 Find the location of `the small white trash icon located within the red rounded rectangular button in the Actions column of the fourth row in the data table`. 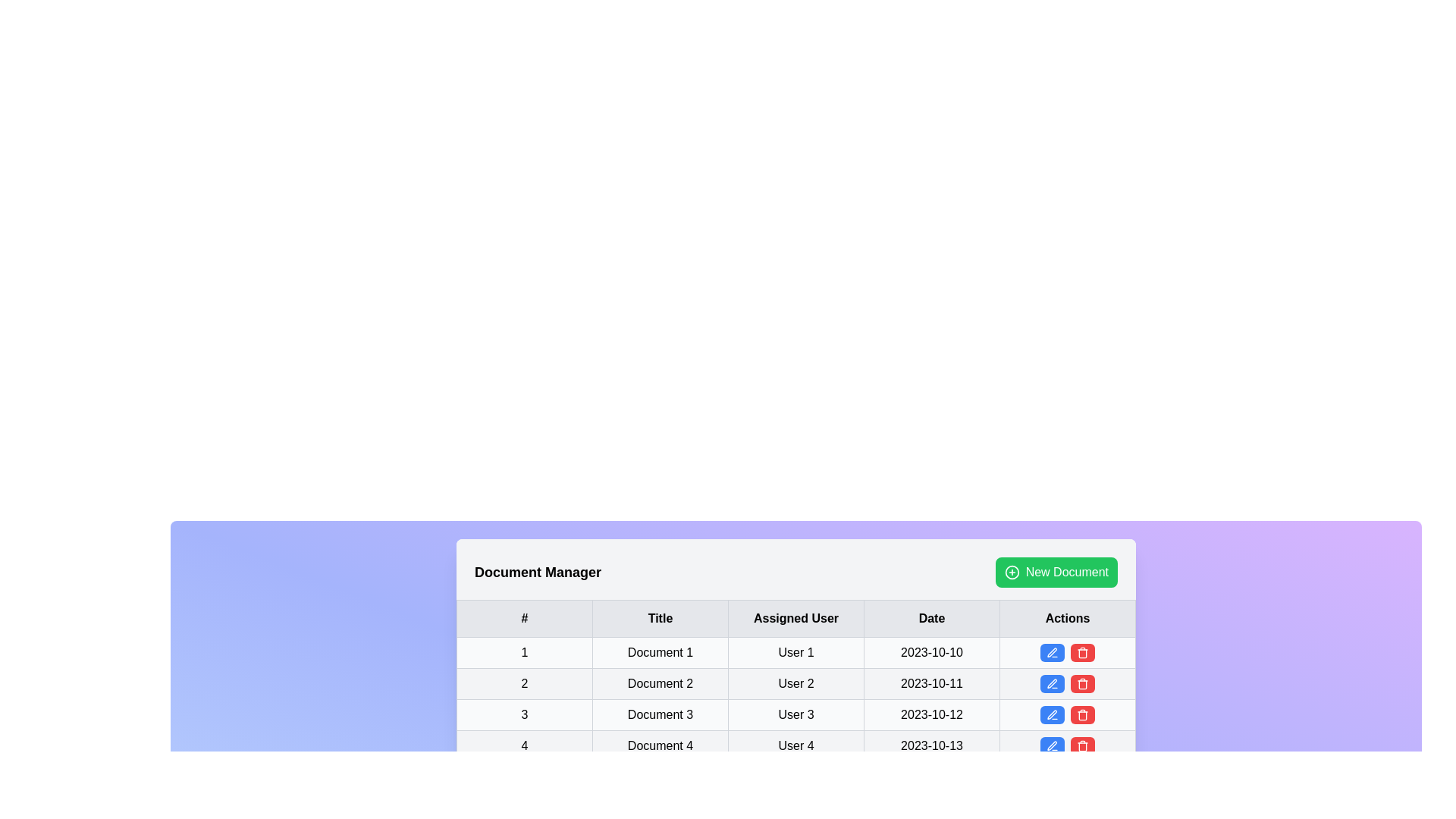

the small white trash icon located within the red rounded rectangular button in the Actions column of the fourth row in the data table is located at coordinates (1082, 651).